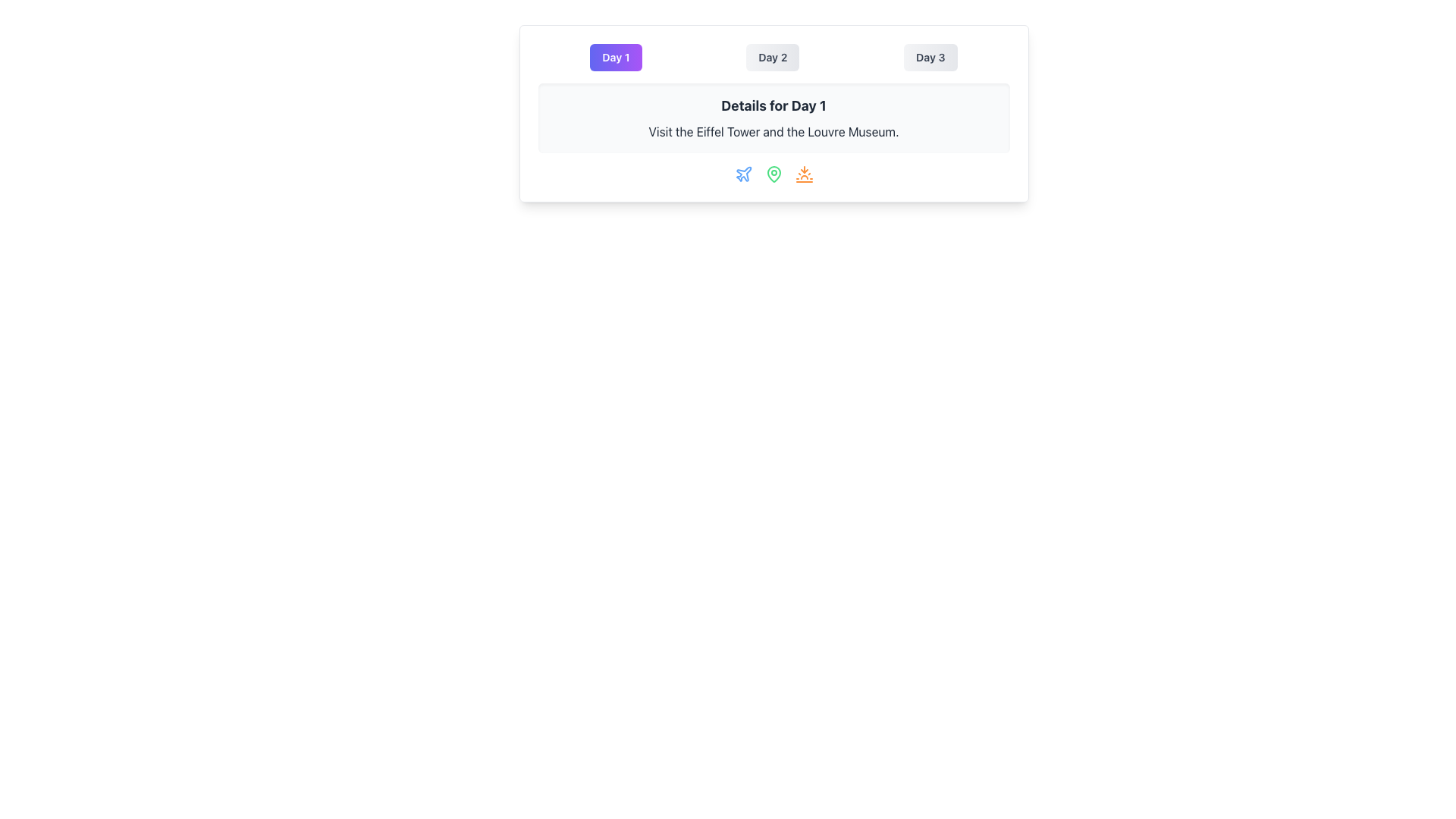  What do you see at coordinates (773, 174) in the screenshot?
I see `the Icon Group Row located beneath the description 'Visit the Eiffel Tower and the Louvre Museum,' which contains three colorful travel-related icons arranged horizontally` at bounding box center [773, 174].